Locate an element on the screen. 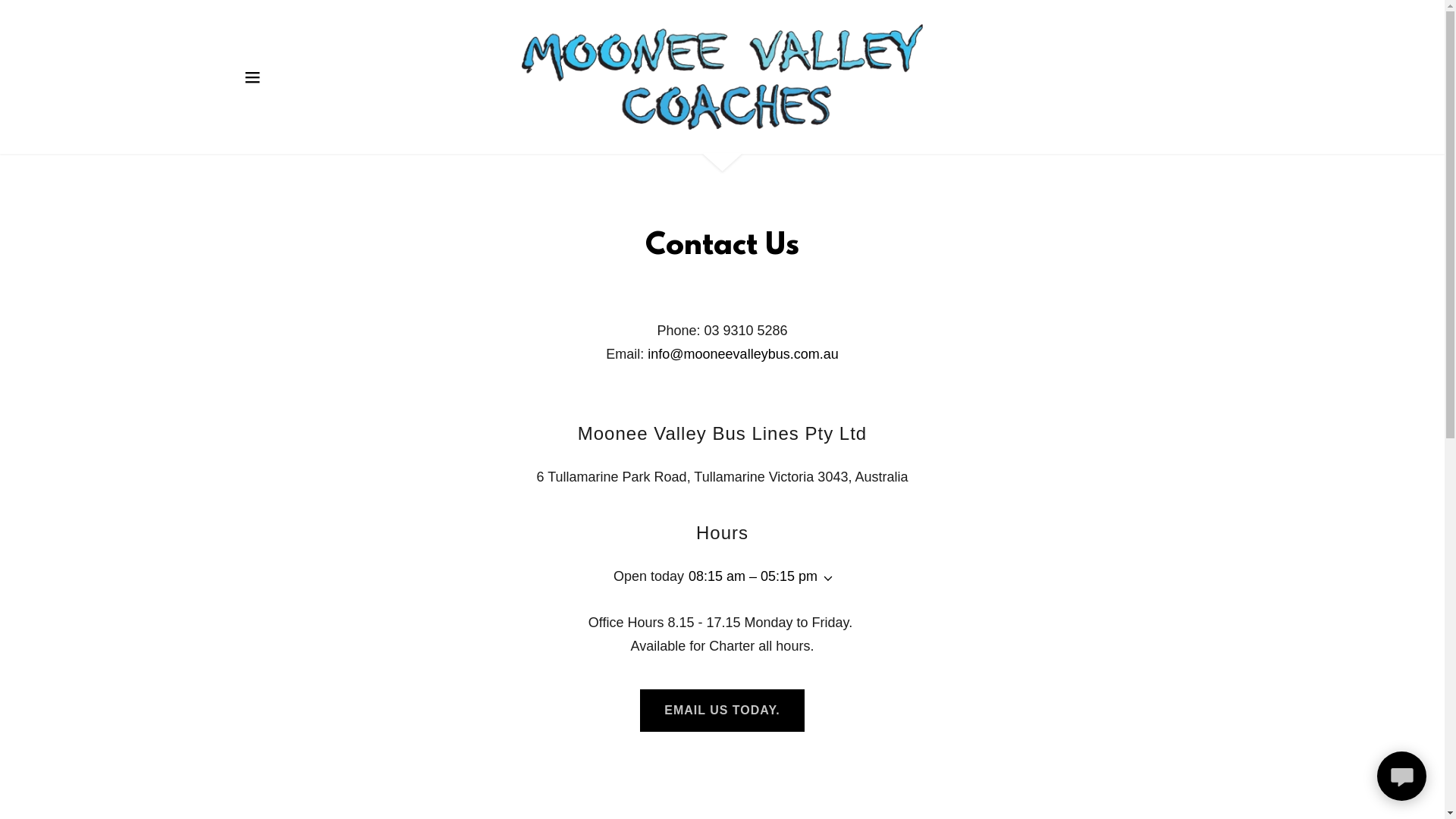 This screenshot has width=1456, height=819. 'EMAIL US TODAY.' is located at coordinates (721, 711).